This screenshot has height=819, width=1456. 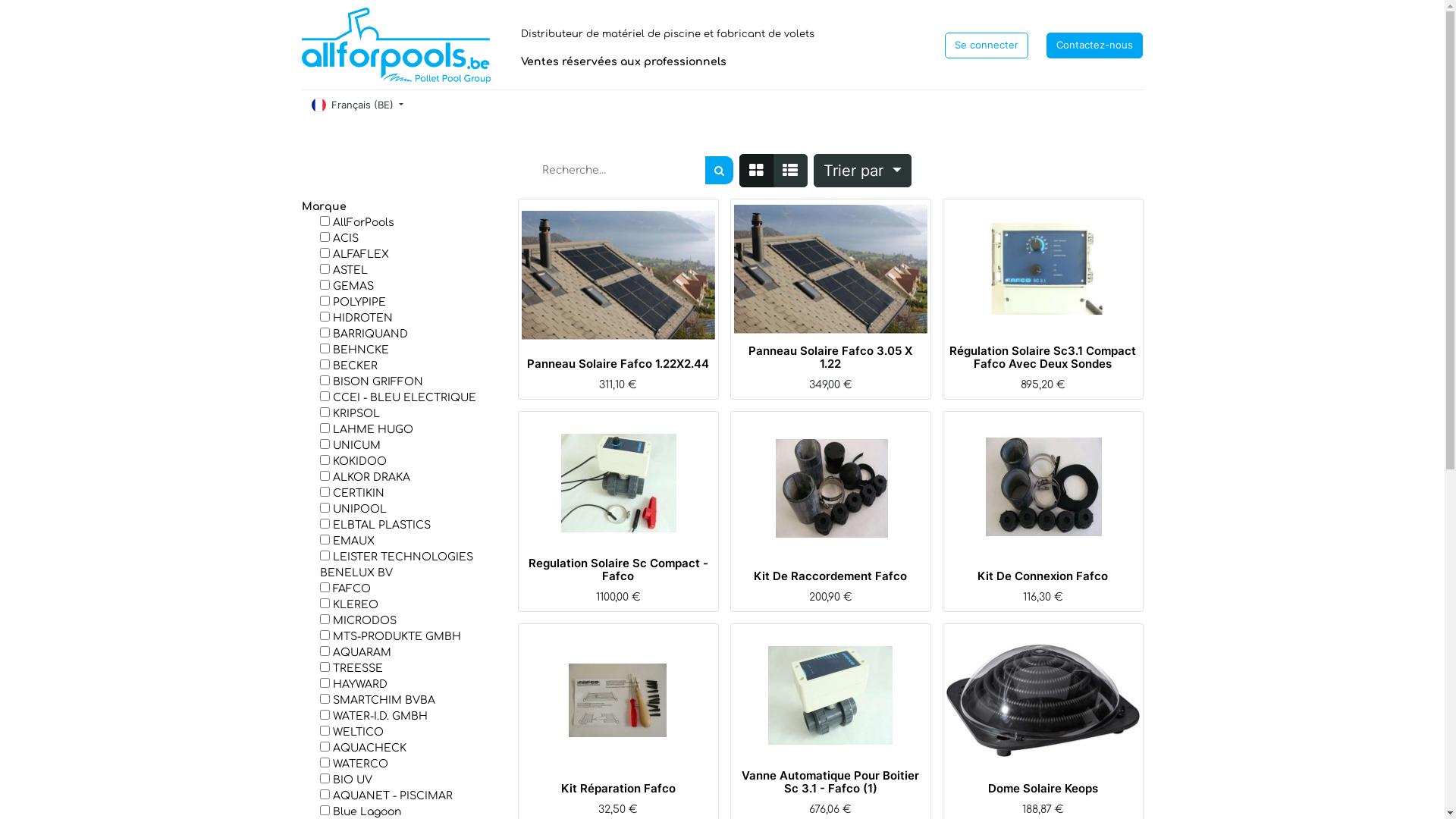 I want to click on 'Rechercher', so click(x=718, y=170).